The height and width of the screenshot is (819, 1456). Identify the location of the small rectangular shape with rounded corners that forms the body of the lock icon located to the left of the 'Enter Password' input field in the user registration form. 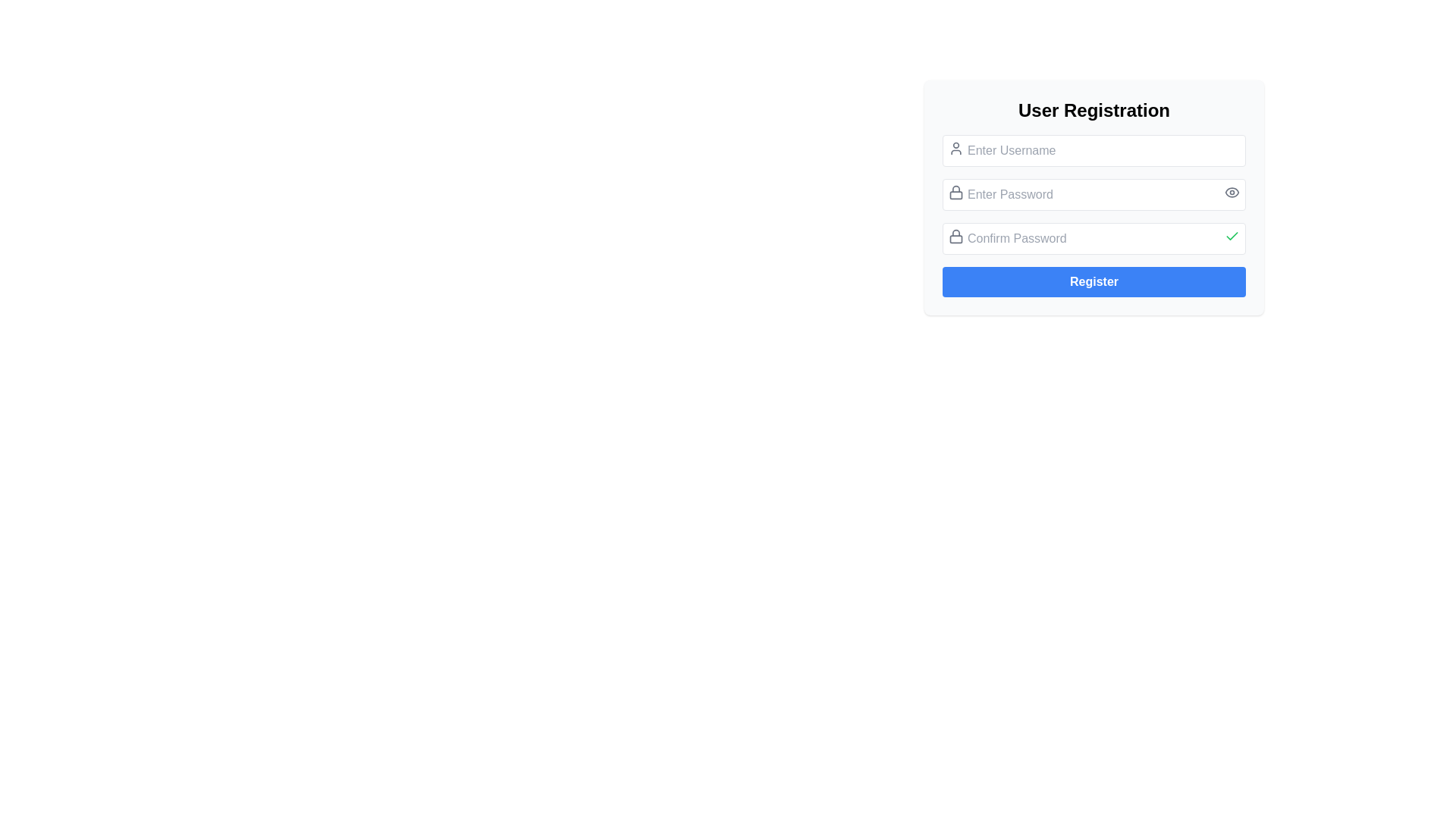
(955, 194).